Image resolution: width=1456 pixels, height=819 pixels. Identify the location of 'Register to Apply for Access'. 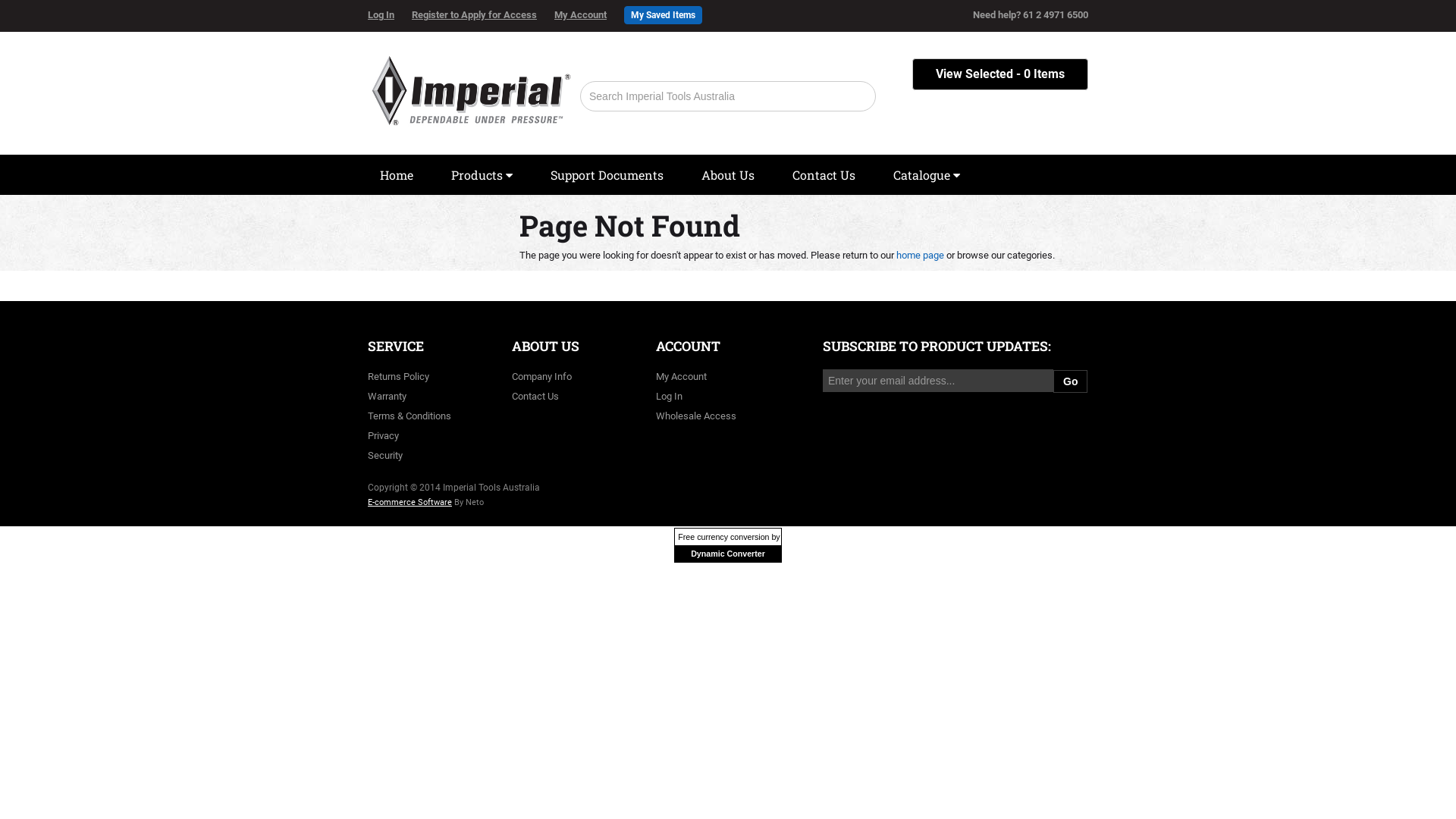
(481, 14).